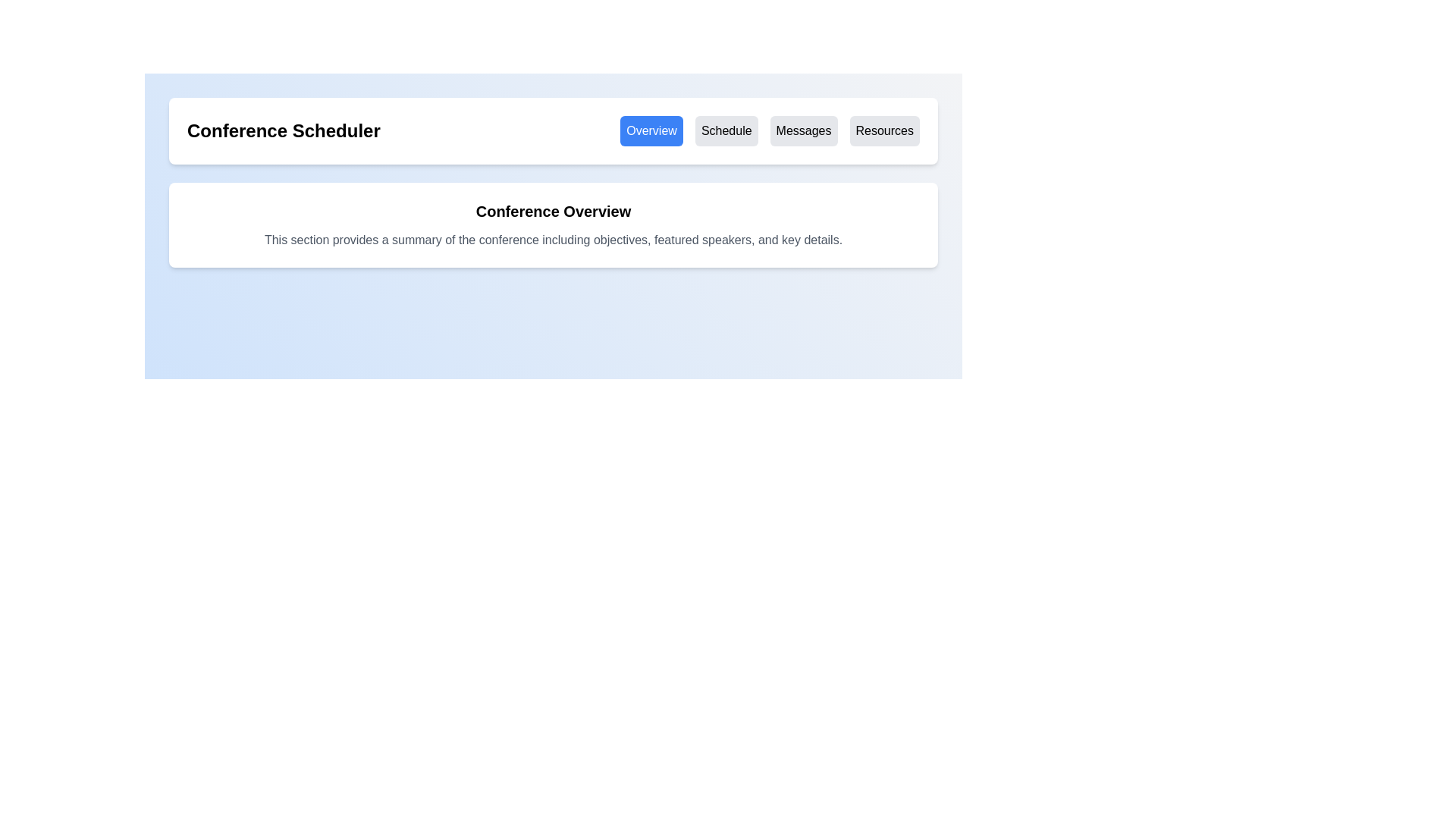  What do you see at coordinates (803, 130) in the screenshot?
I see `the 'Messages' button with a light gray background and bold black text` at bounding box center [803, 130].